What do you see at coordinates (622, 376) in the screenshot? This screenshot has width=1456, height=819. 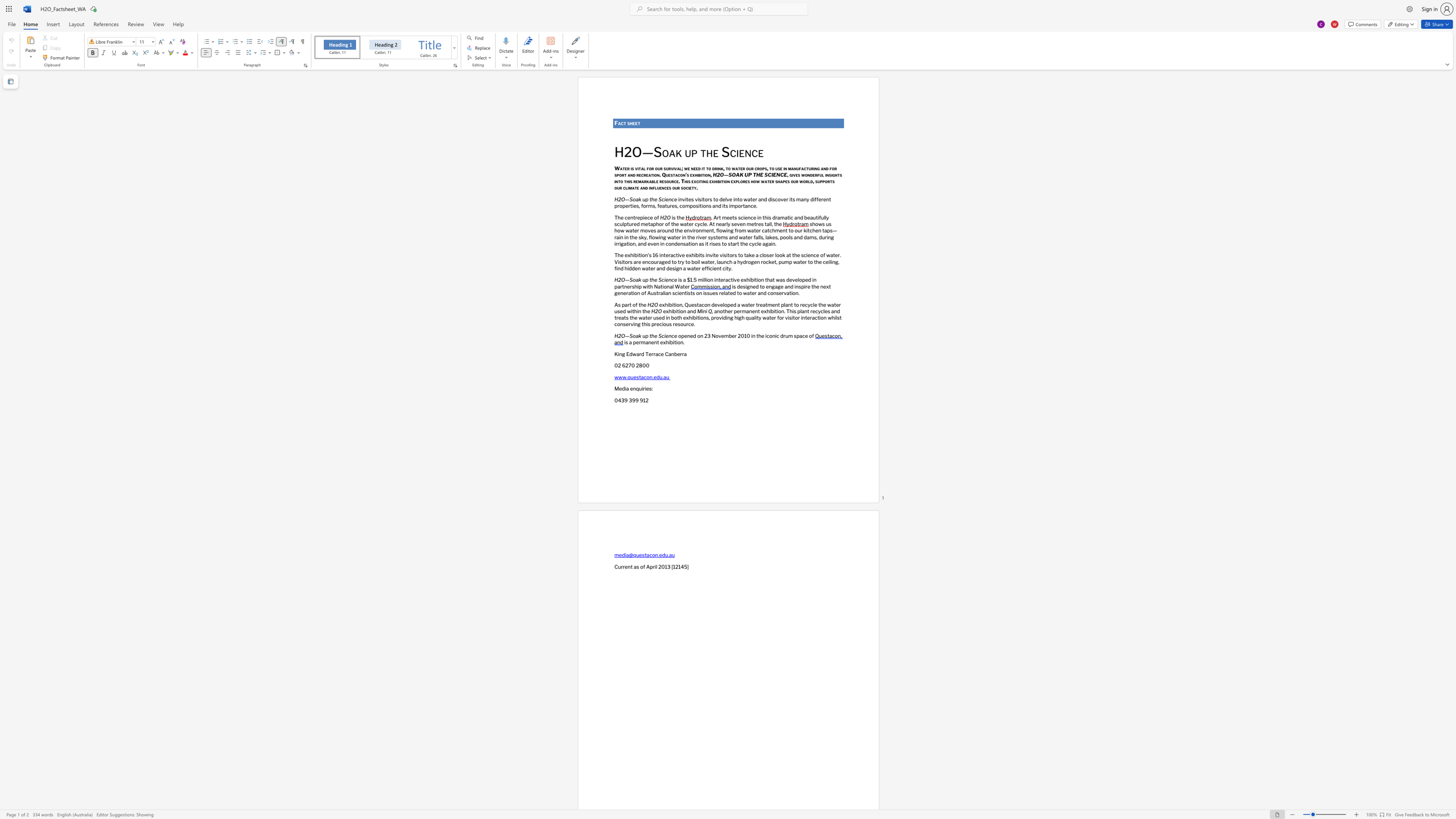 I see `the subset text "w.questacon.edu.a" within the text "www.questacon.edu.au"` at bounding box center [622, 376].